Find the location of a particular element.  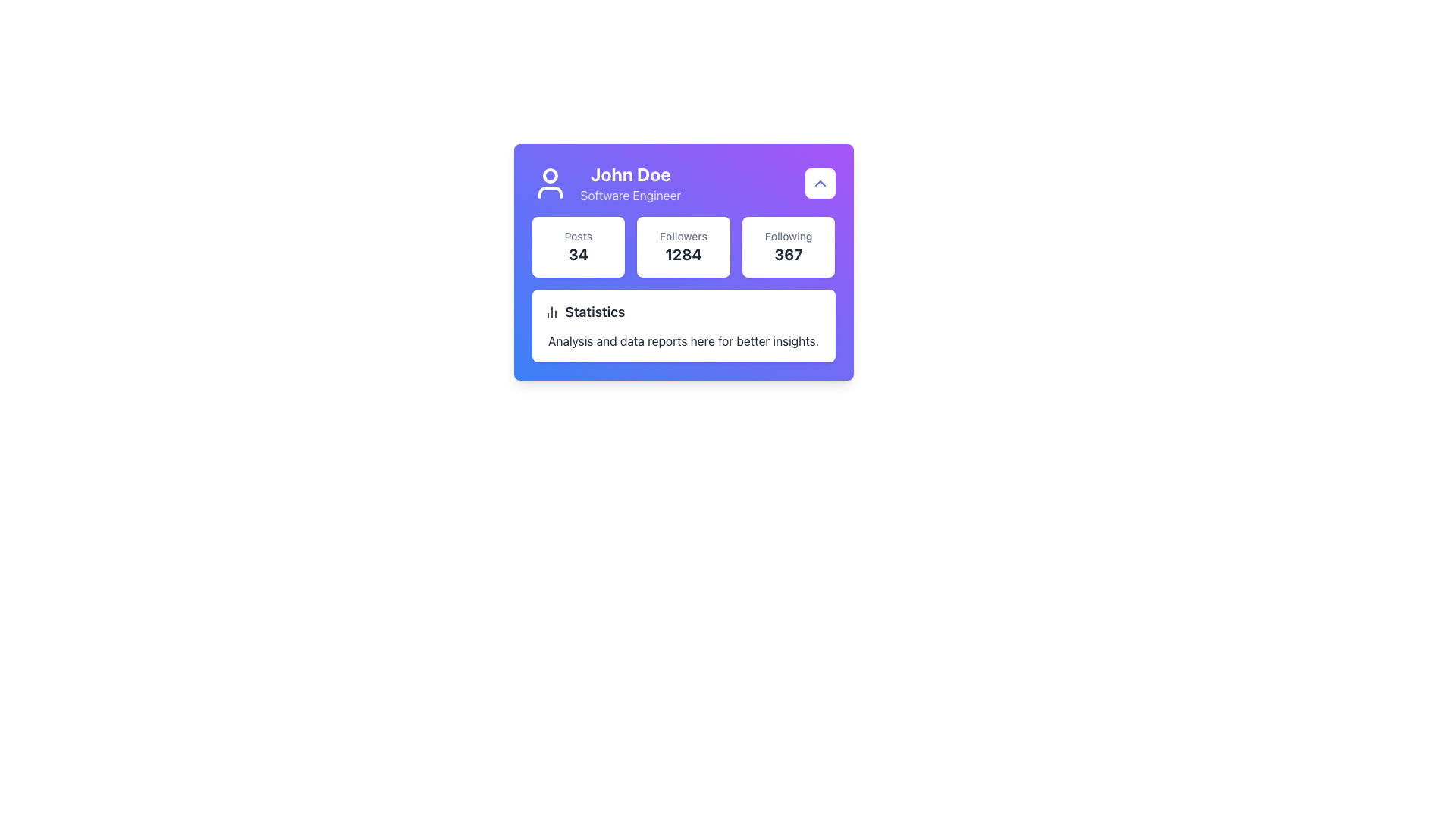

content displayed in the Profile Card Header, which shows the user's name and role alongside a profile icon is located at coordinates (605, 183).